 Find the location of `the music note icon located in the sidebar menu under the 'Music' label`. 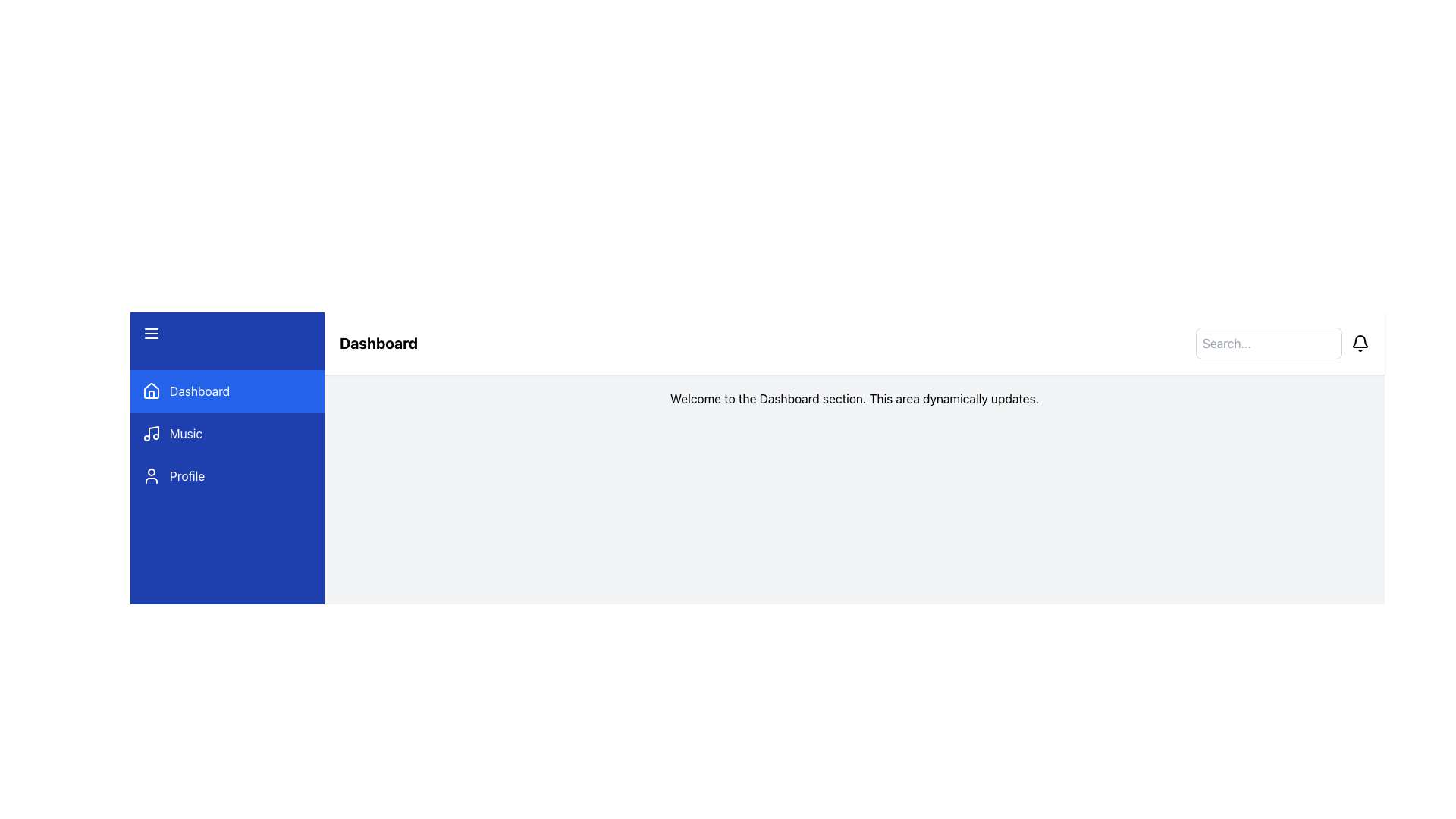

the music note icon located in the sidebar menu under the 'Music' label is located at coordinates (152, 433).